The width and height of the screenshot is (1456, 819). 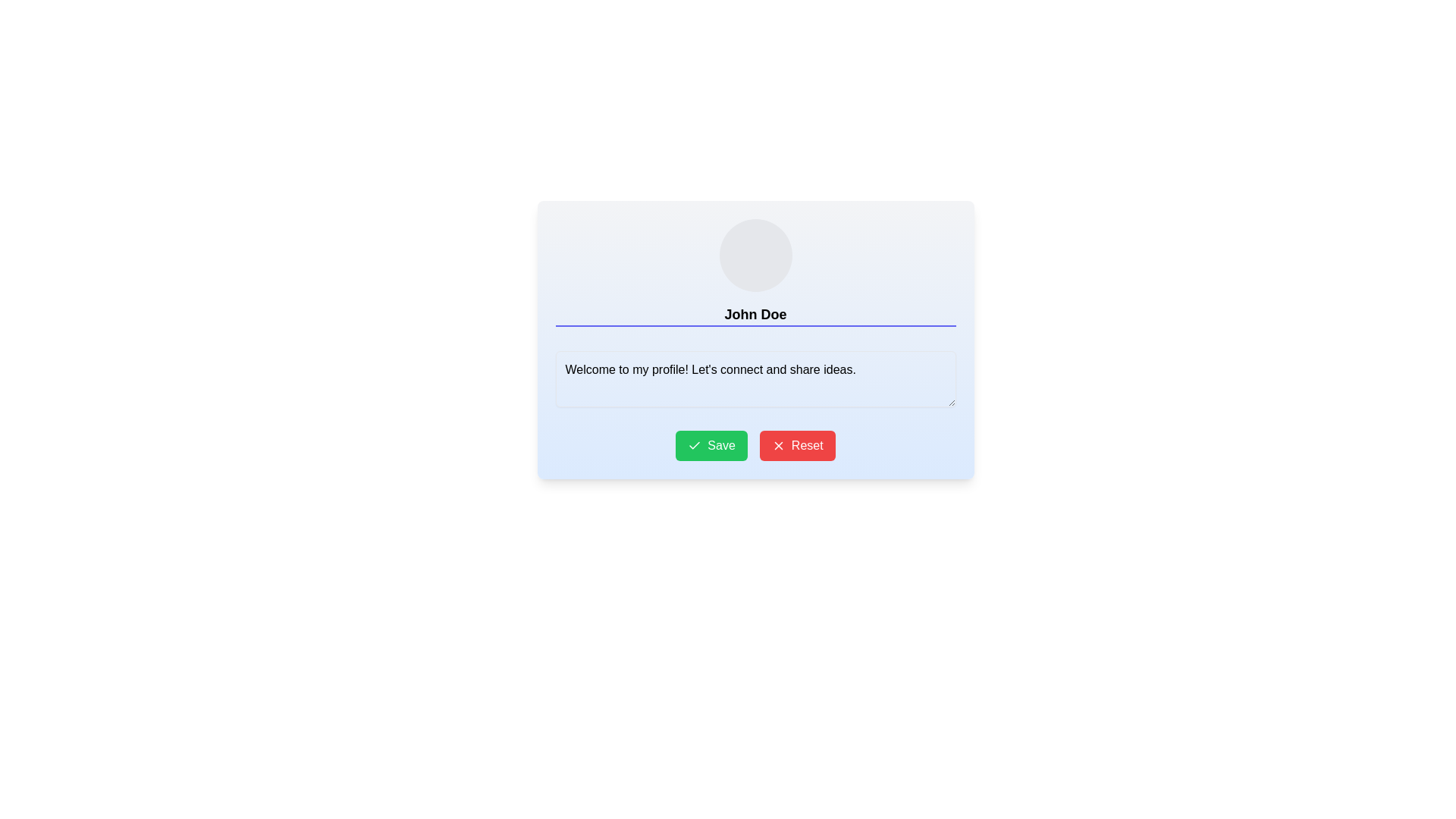 What do you see at coordinates (778, 444) in the screenshot?
I see `the 'X' SVG icon located within the 'Reset' button, which is styled with a red stroke and positioned to the left of the button's label text` at bounding box center [778, 444].